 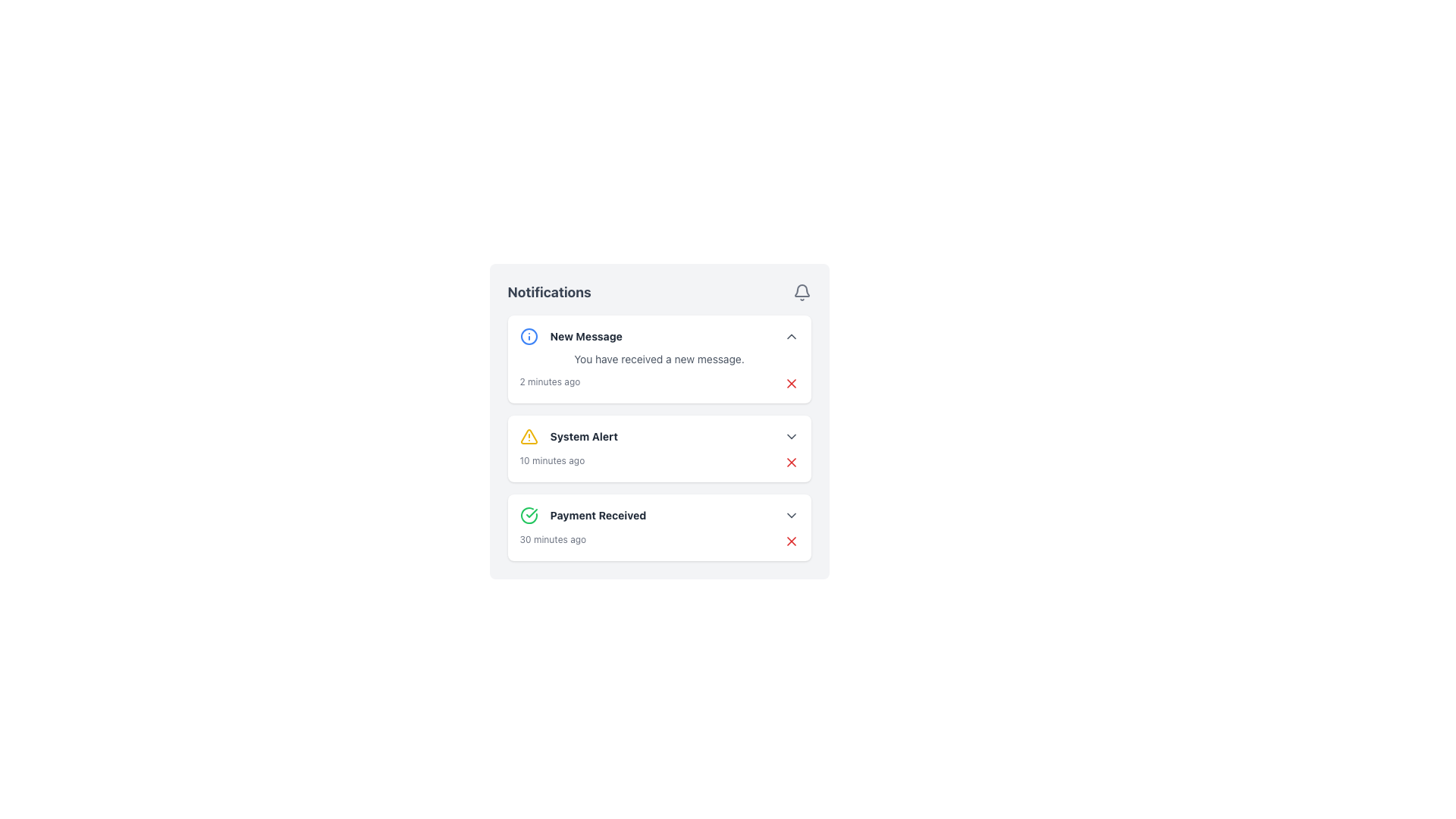 I want to click on the yellow triangular warning icon with an exclamation mark in the center, which is part of the 'System Alert' notification card, so click(x=529, y=436).